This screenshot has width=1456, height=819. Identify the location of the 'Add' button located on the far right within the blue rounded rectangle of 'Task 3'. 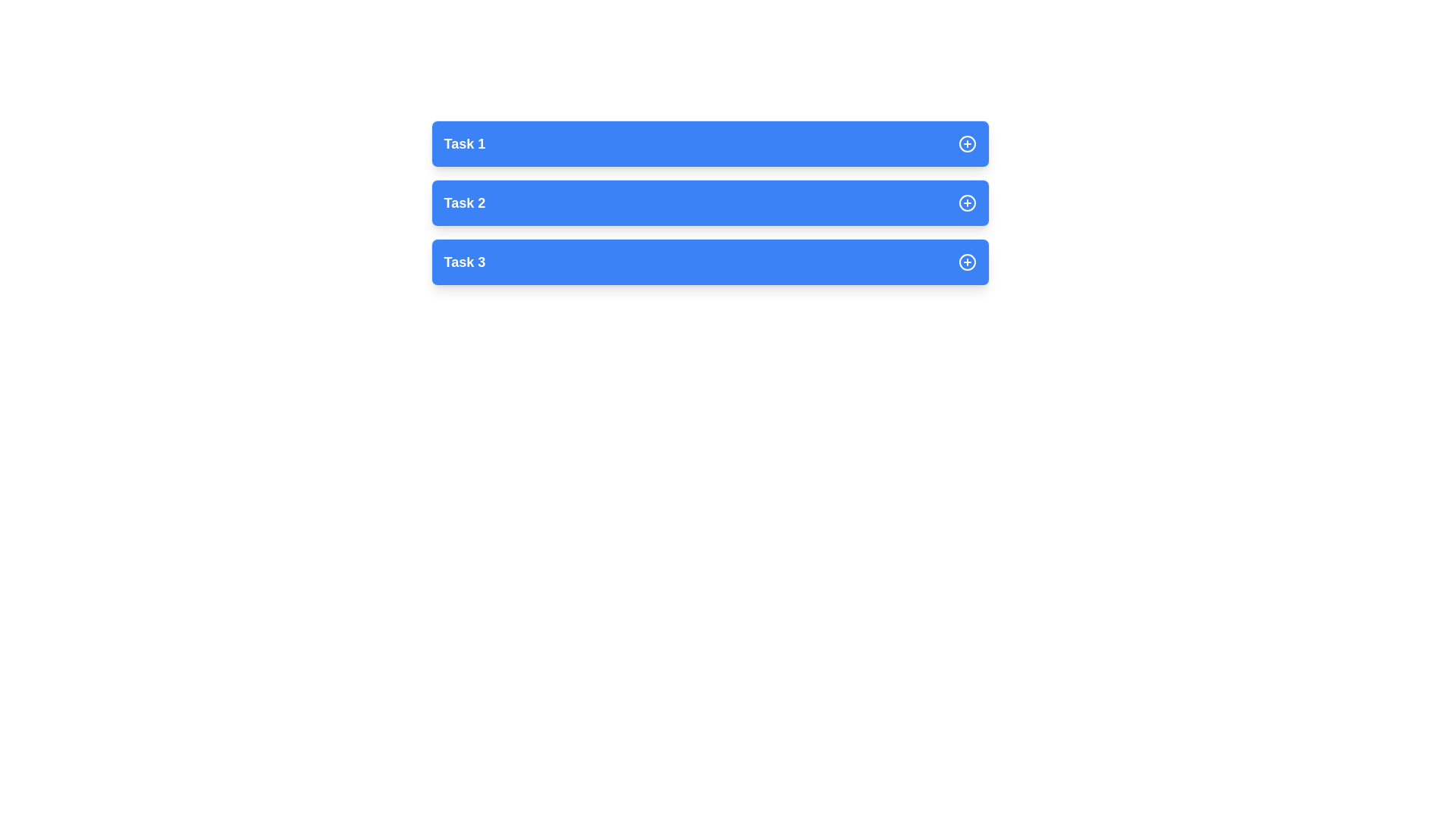
(966, 262).